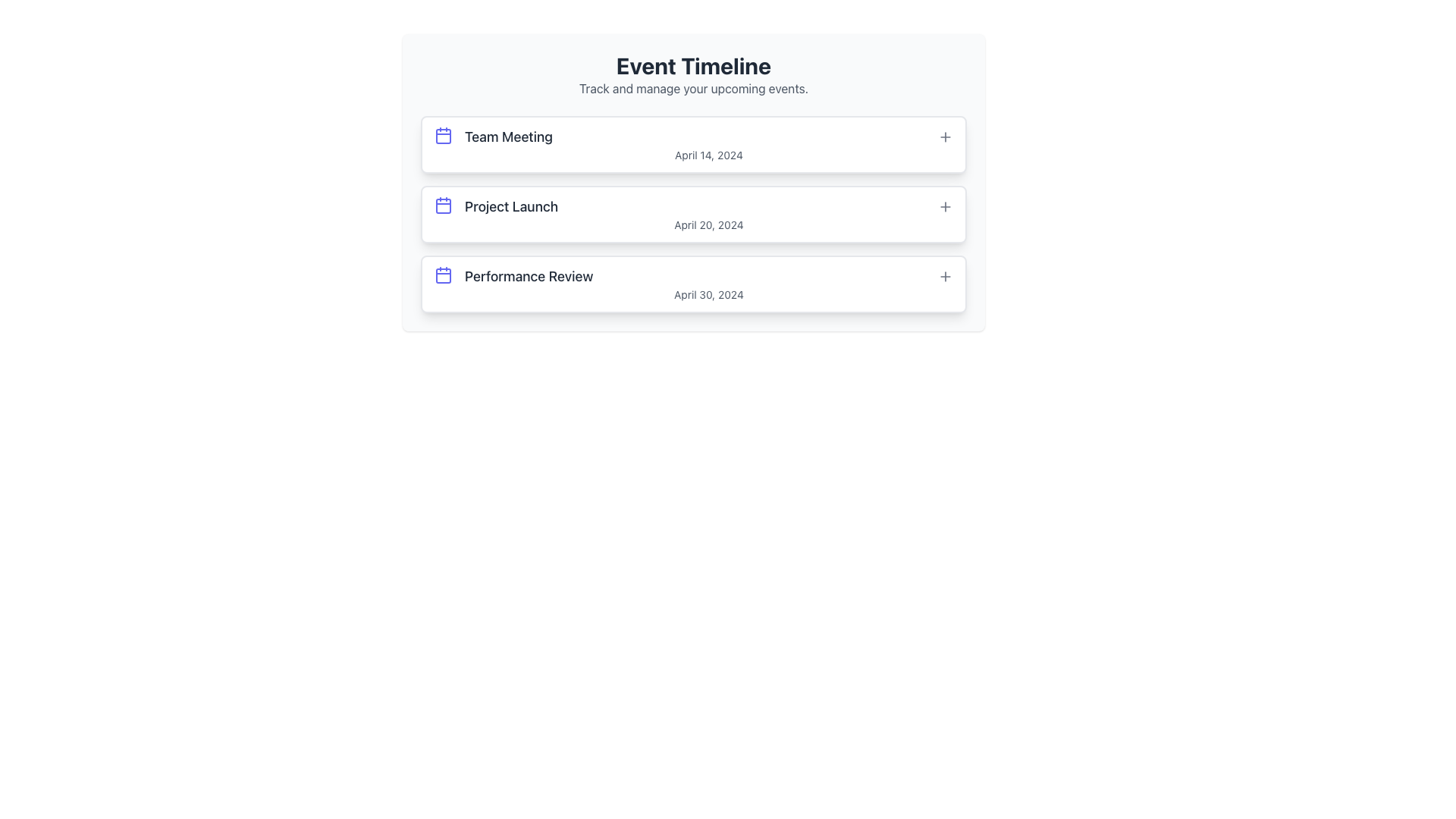  I want to click on the graphical shape within the first calendar icon, located to the left of the 'Team Meeting' label, so click(443, 136).